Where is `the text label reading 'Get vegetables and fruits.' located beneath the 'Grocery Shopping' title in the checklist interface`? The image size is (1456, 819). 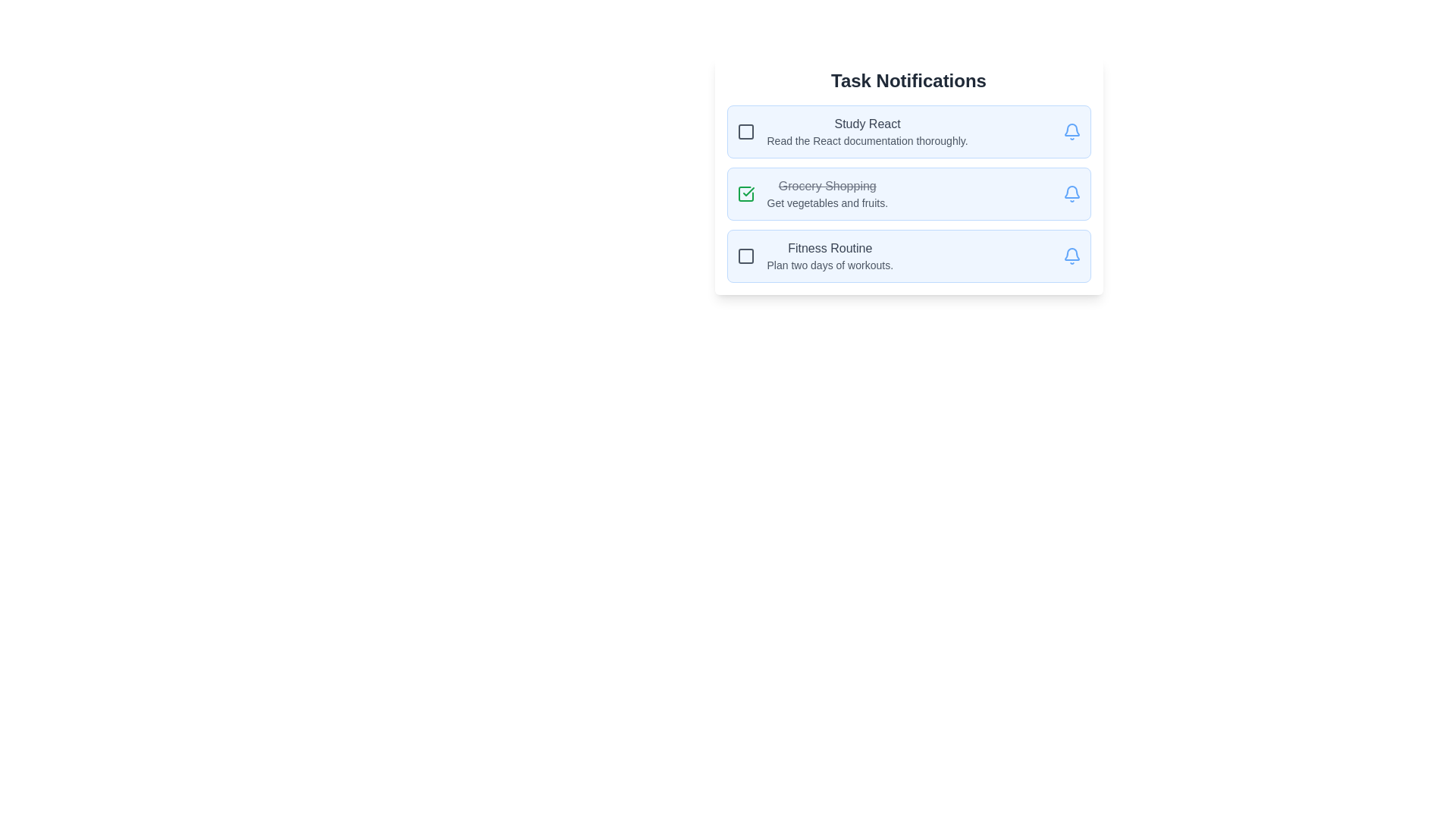 the text label reading 'Get vegetables and fruits.' located beneath the 'Grocery Shopping' title in the checklist interface is located at coordinates (827, 202).